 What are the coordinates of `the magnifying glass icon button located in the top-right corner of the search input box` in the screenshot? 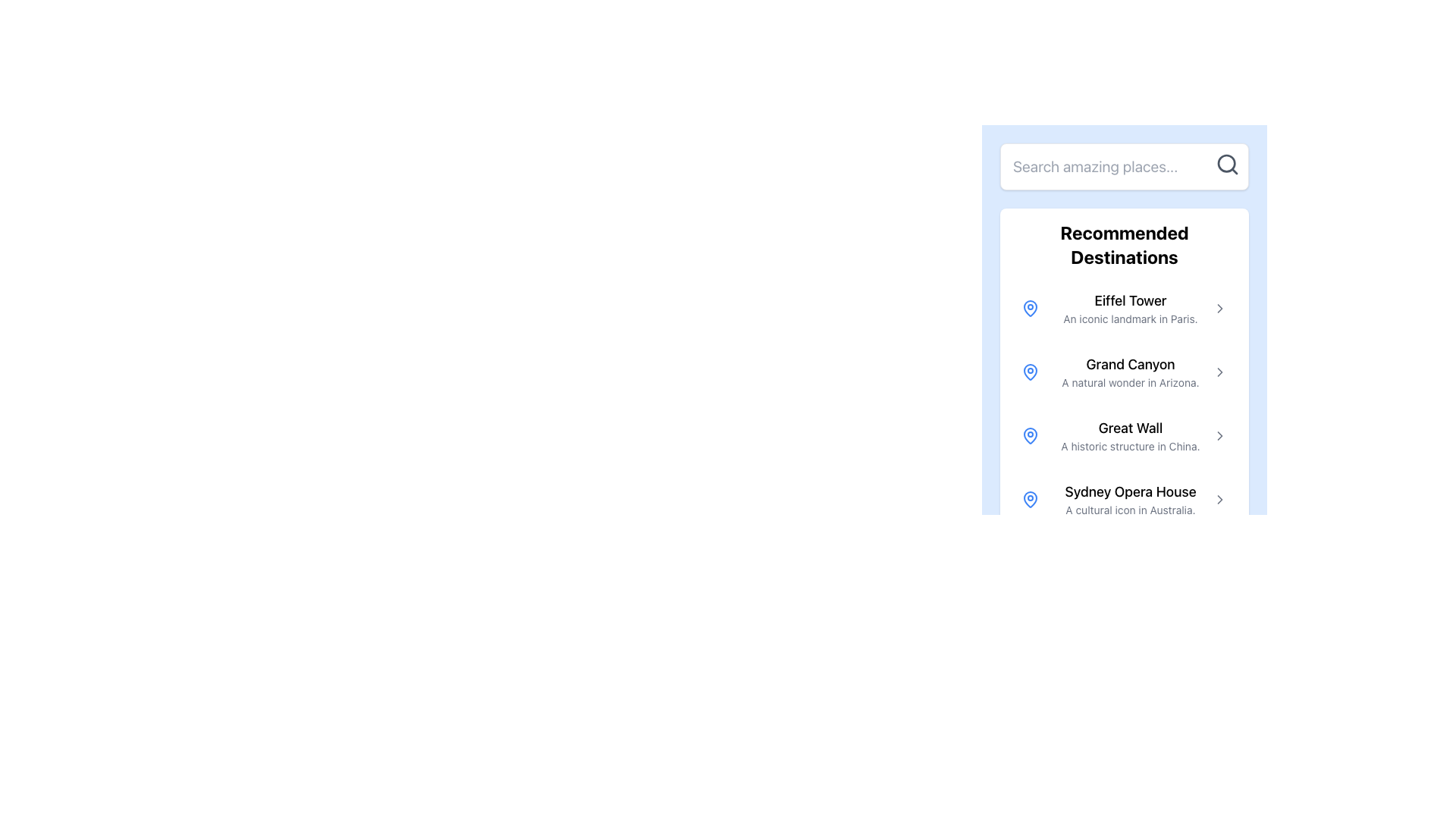 It's located at (1227, 164).